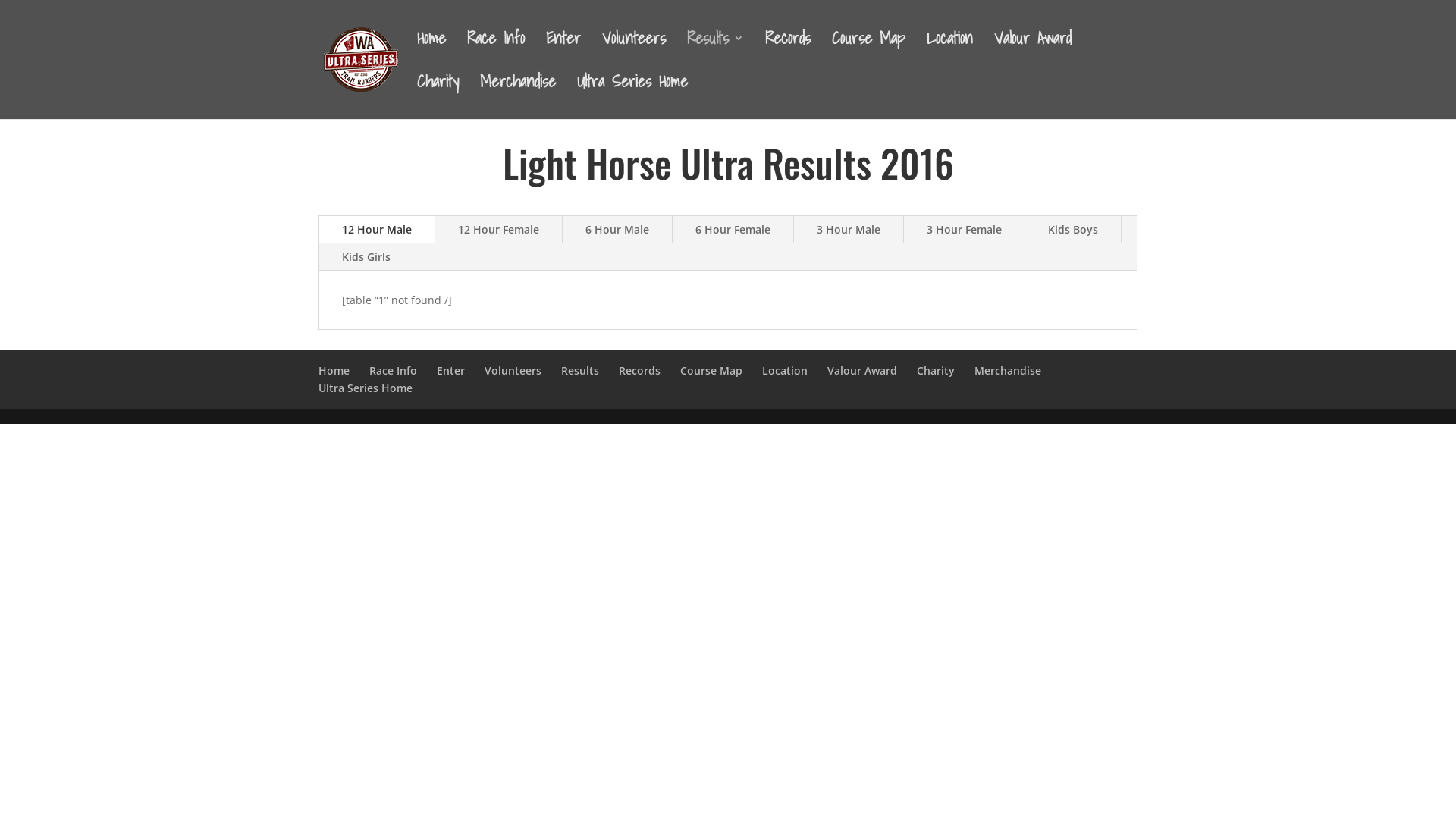 This screenshot has height=819, width=1456. I want to click on 'Kids Girls', so click(366, 256).